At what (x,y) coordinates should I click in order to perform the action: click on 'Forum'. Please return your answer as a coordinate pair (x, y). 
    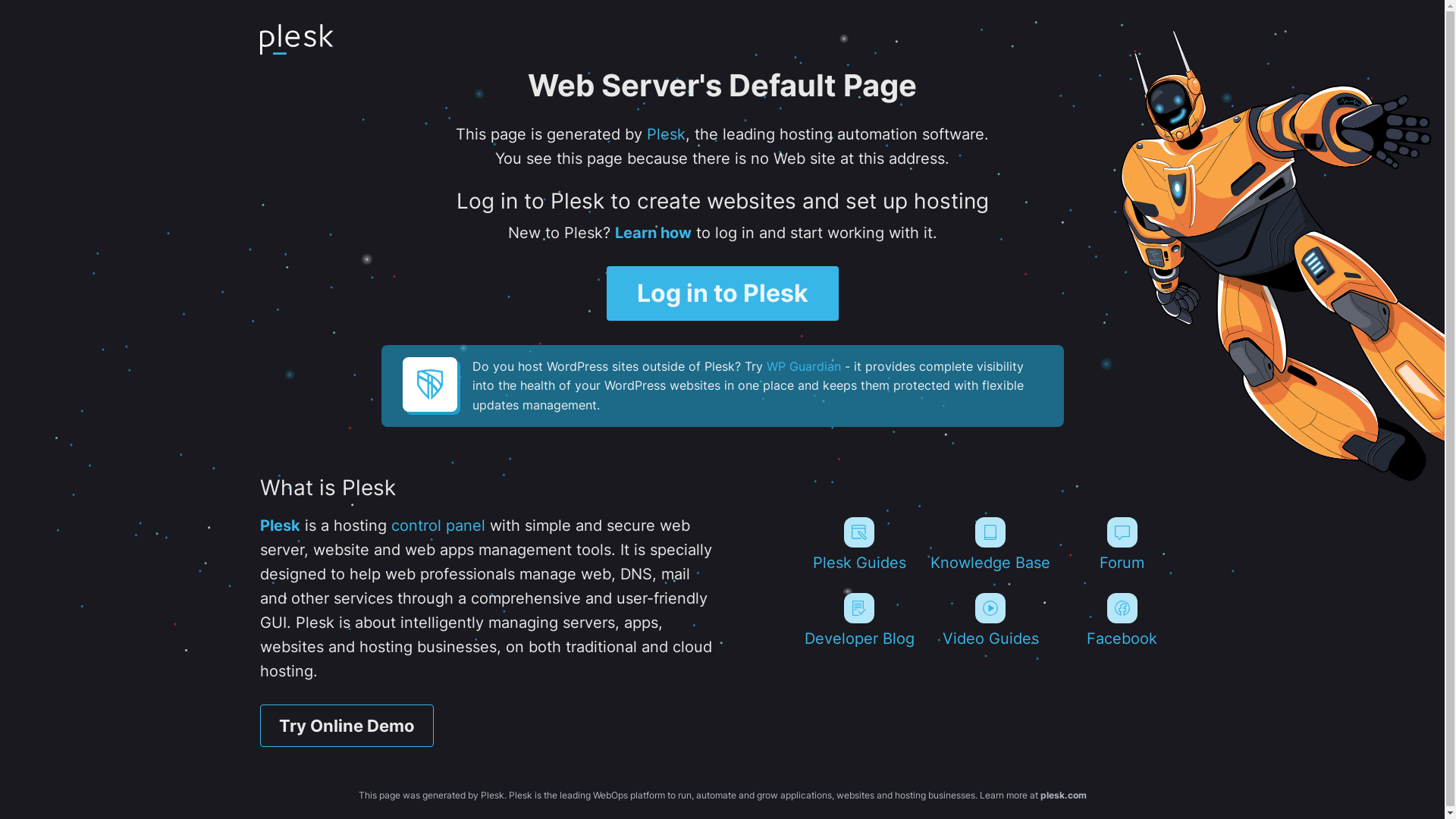
    Looking at the image, I should click on (1122, 543).